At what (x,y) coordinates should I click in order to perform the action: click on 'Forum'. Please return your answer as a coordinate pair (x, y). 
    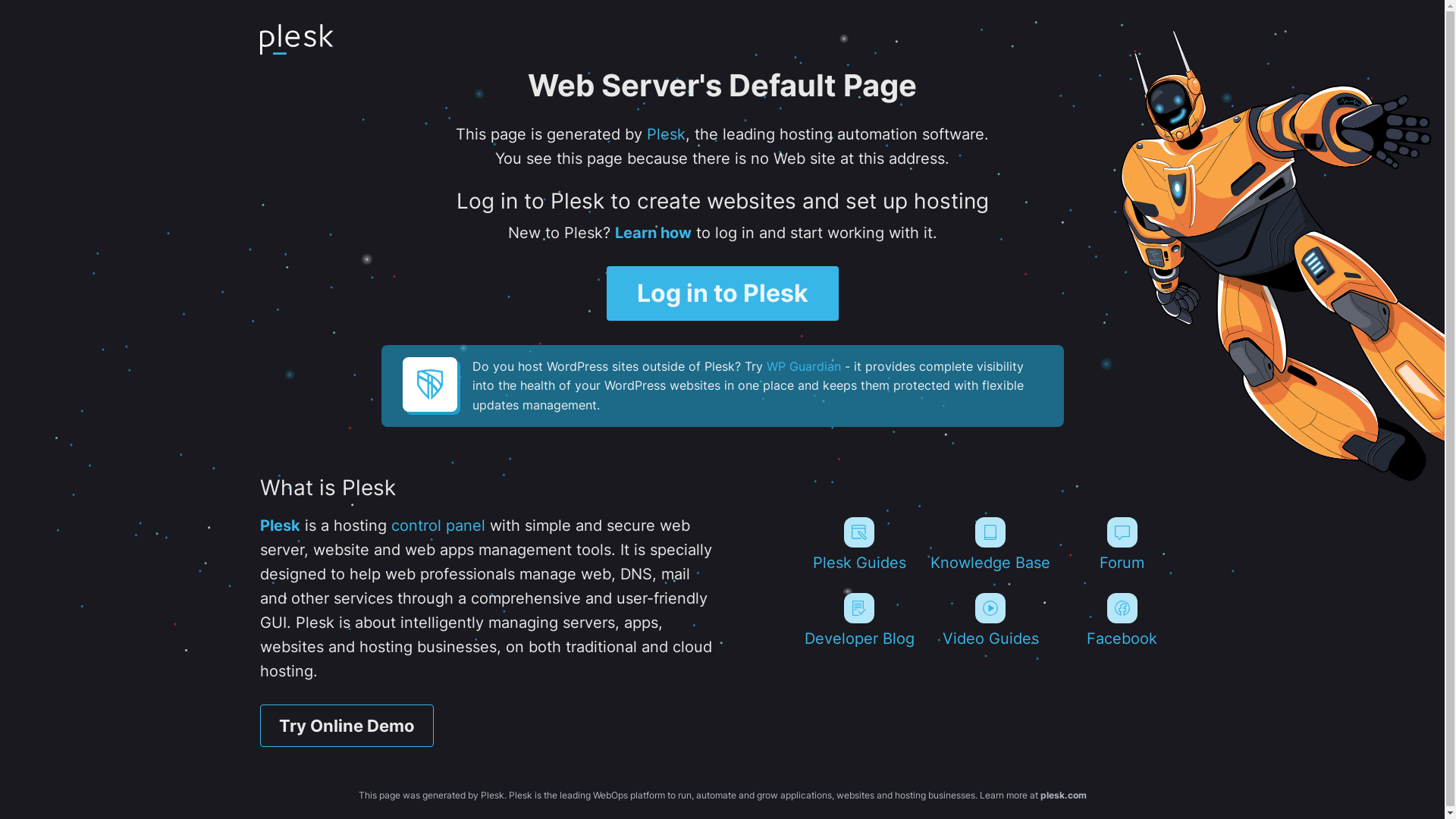
    Looking at the image, I should click on (1122, 543).